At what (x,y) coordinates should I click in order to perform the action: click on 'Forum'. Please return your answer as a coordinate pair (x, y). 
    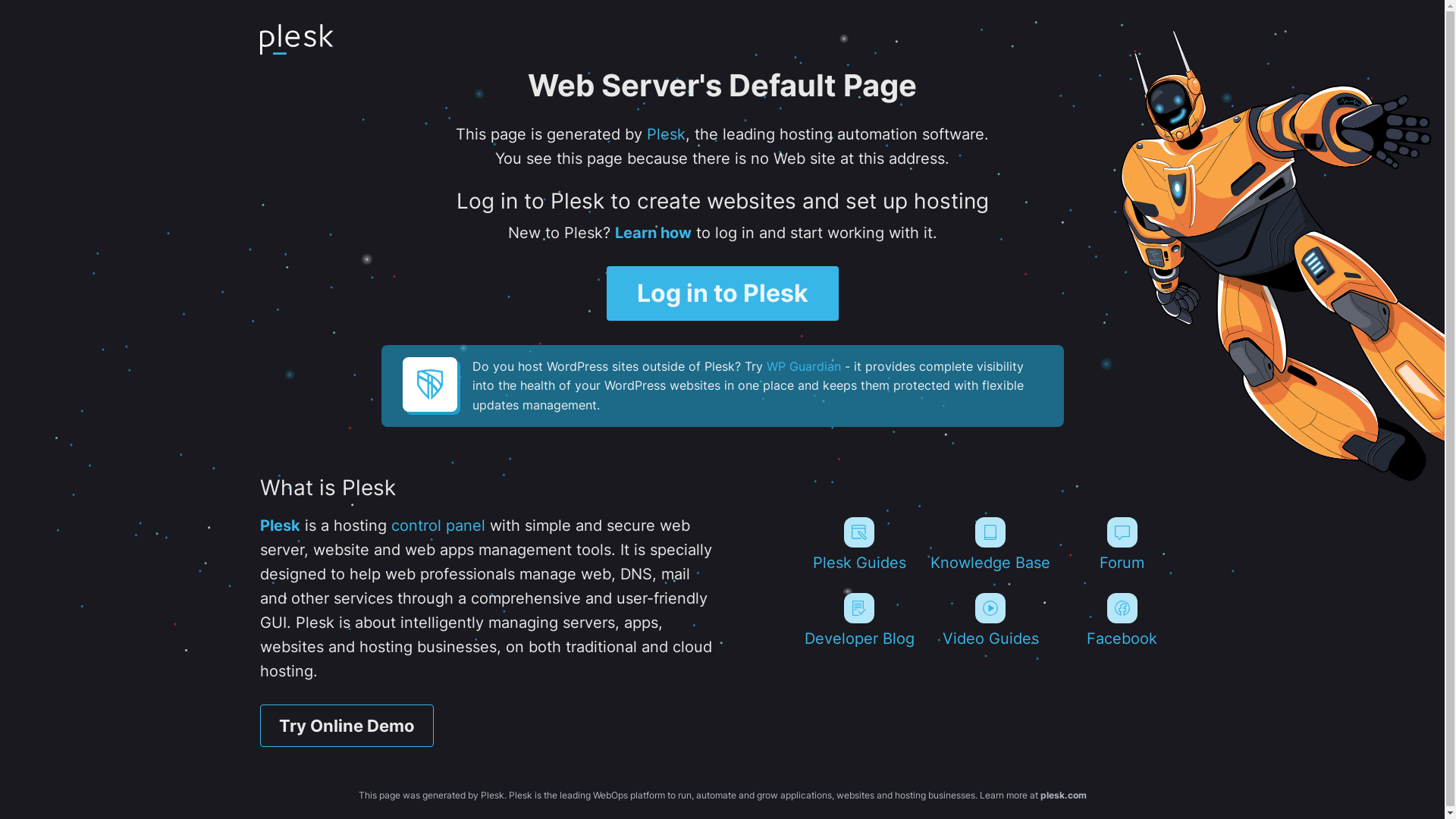
    Looking at the image, I should click on (1122, 543).